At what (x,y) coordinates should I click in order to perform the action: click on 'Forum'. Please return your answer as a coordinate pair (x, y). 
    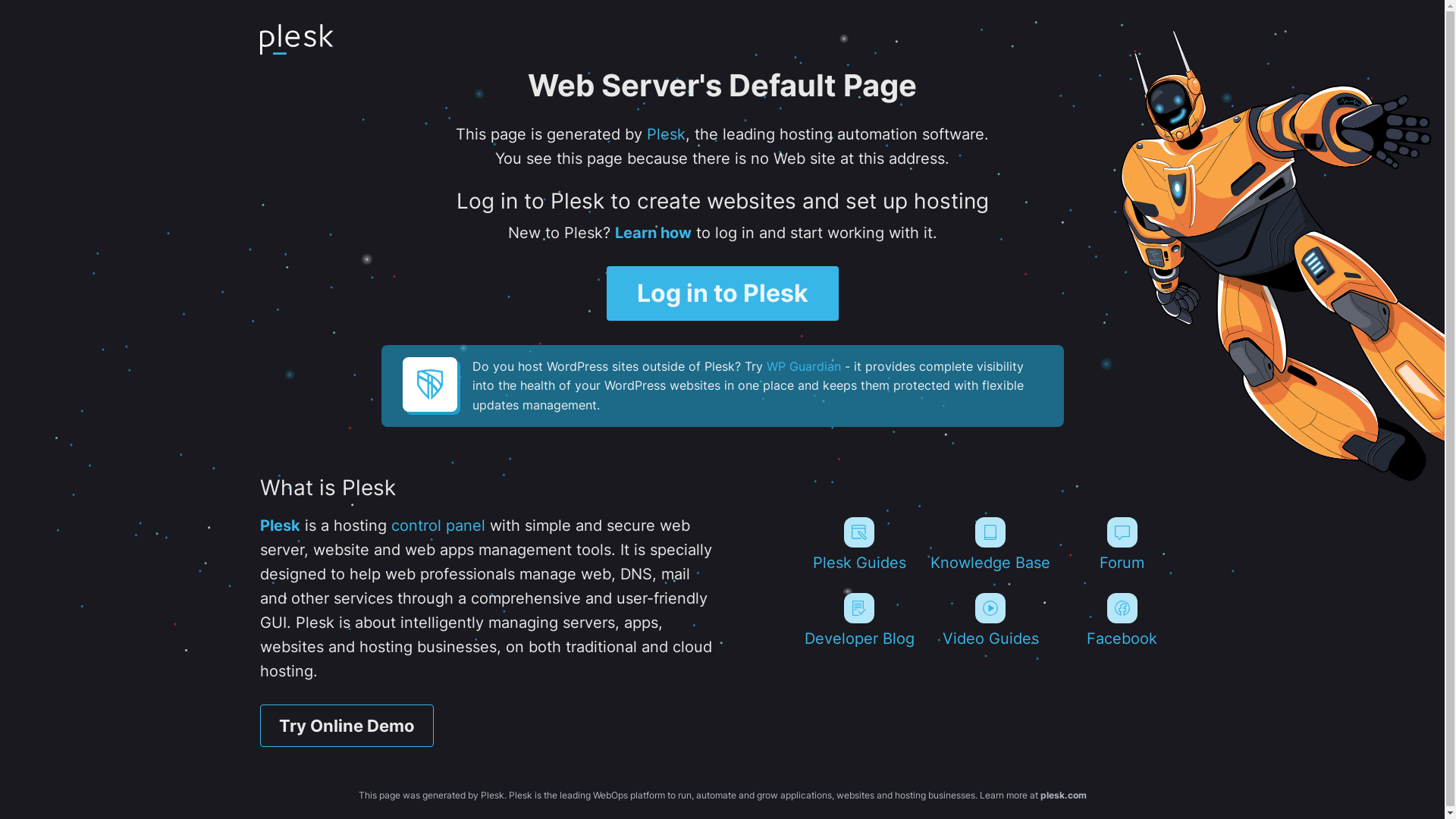
    Looking at the image, I should click on (1122, 543).